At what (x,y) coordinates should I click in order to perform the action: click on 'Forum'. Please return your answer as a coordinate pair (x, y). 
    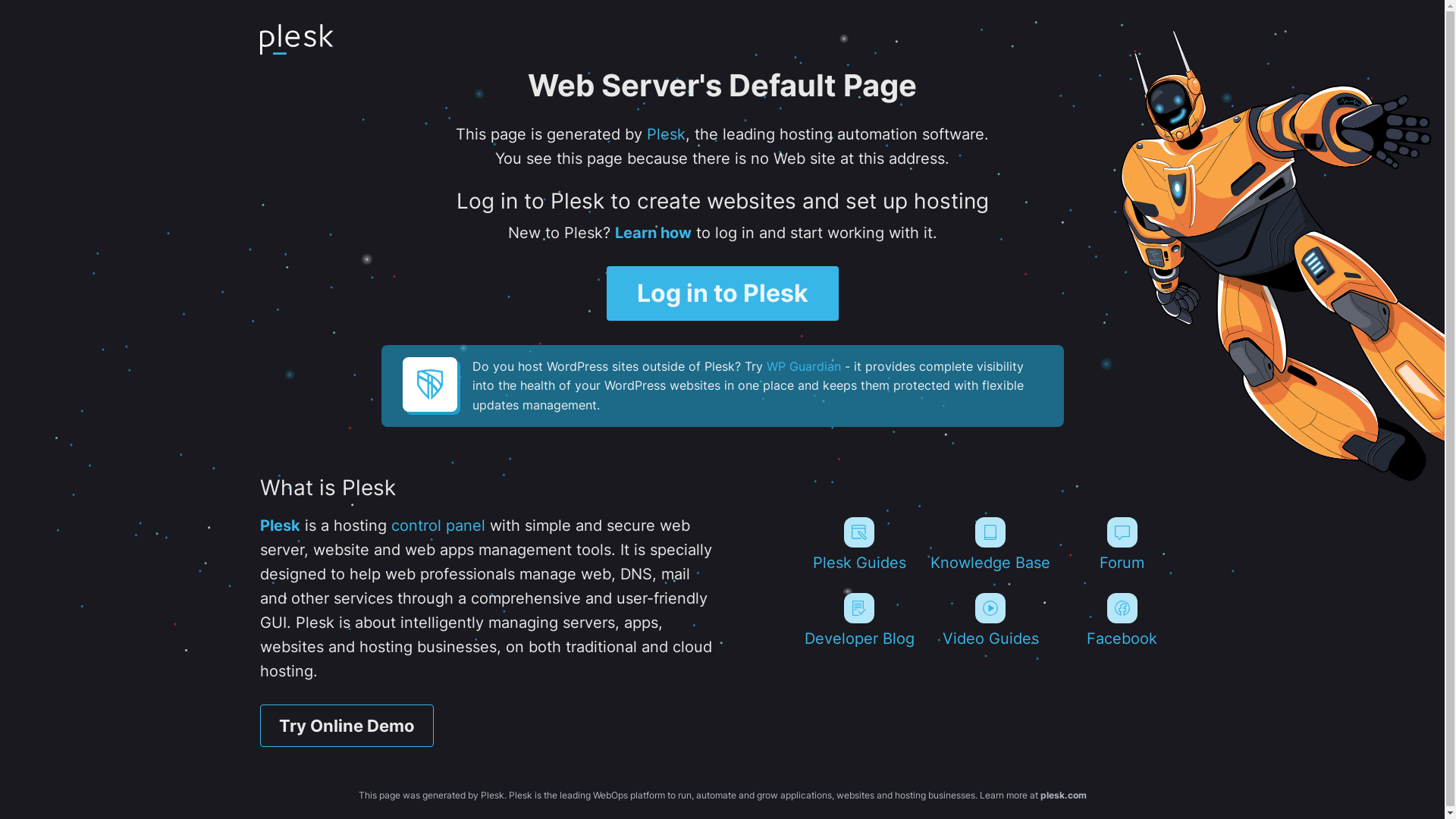
    Looking at the image, I should click on (1122, 543).